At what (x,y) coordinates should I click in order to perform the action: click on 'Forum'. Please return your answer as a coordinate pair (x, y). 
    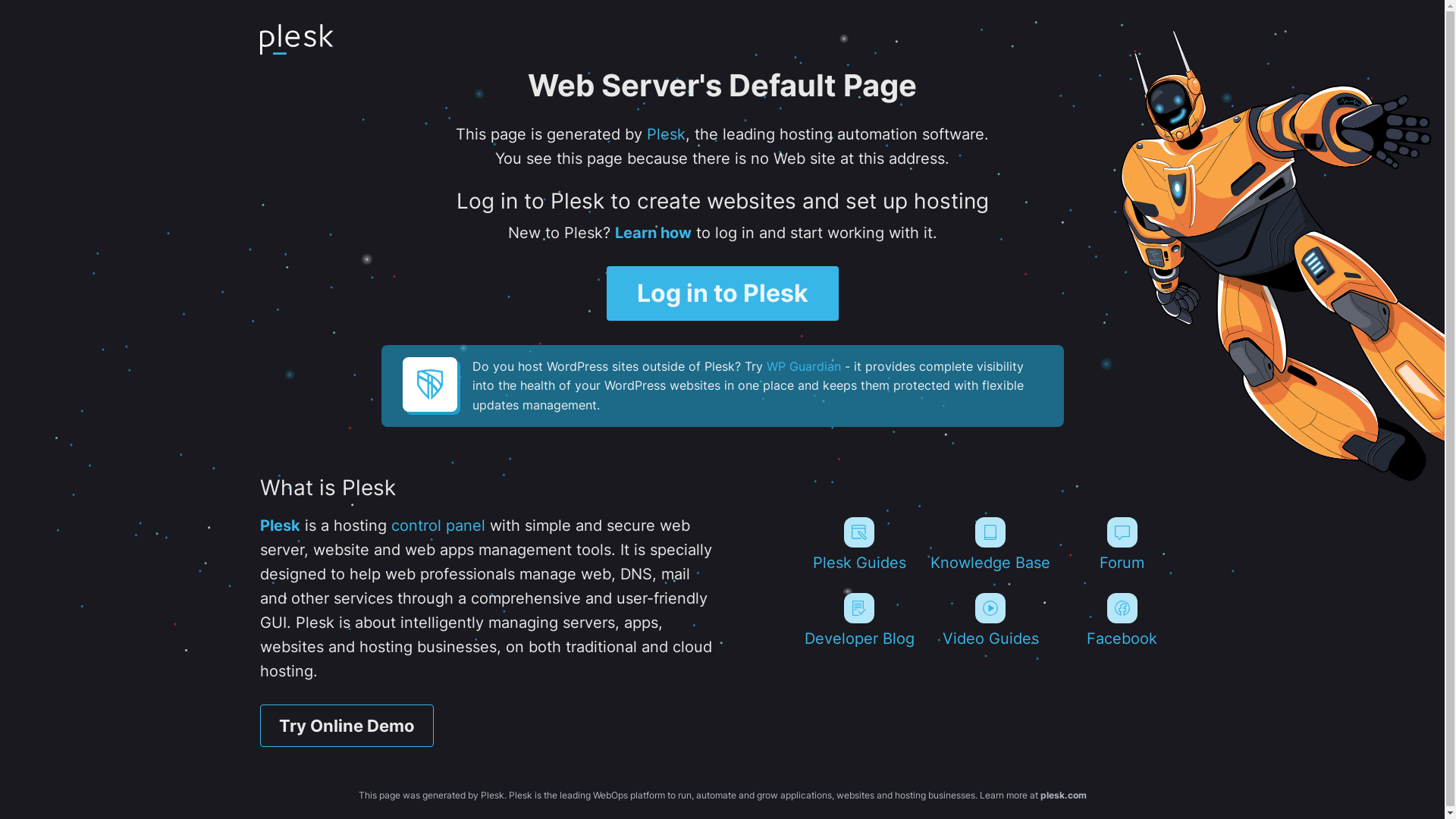
    Looking at the image, I should click on (1122, 543).